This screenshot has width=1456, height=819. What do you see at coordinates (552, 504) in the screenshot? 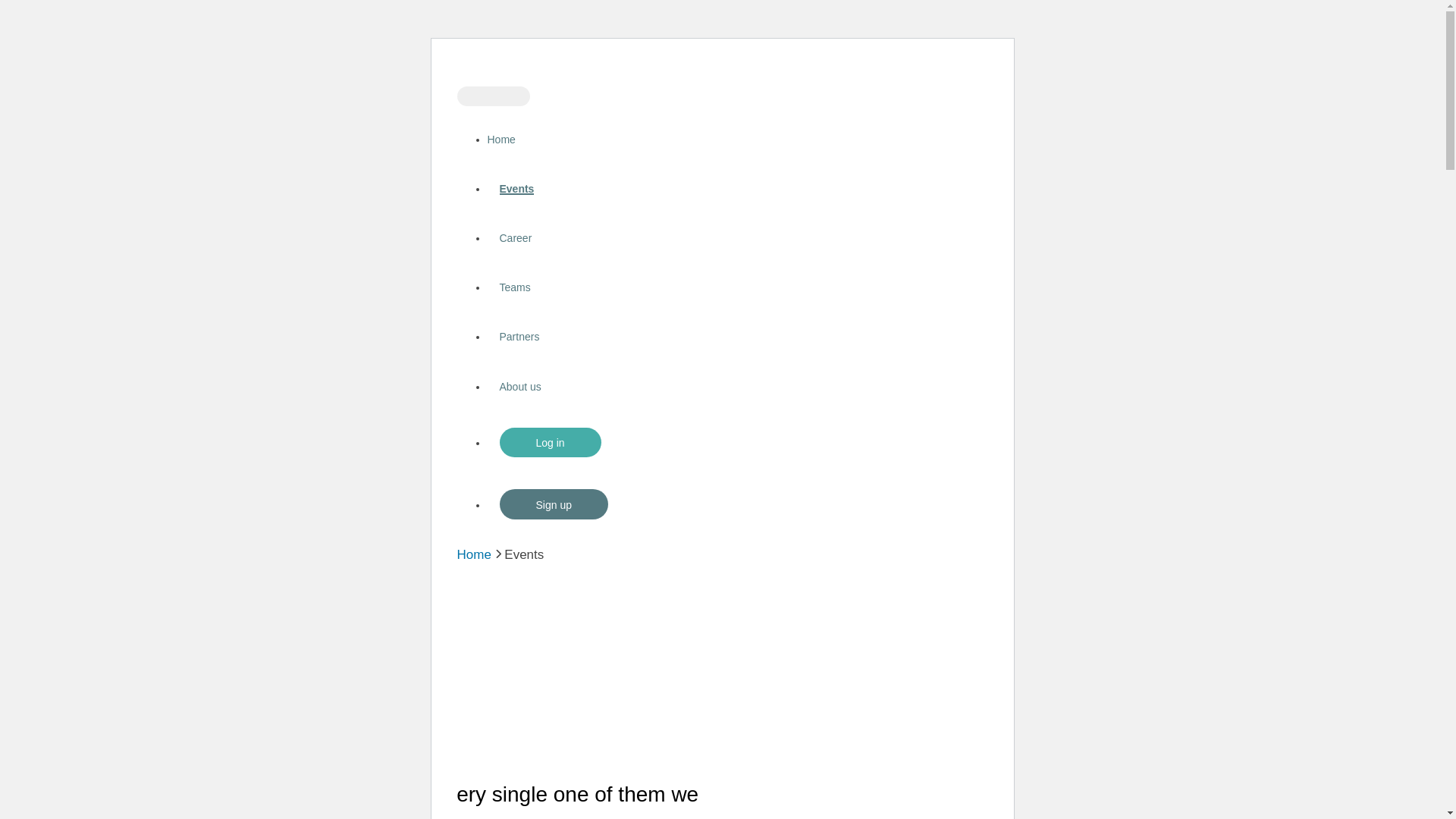
I see `'Sign up'` at bounding box center [552, 504].